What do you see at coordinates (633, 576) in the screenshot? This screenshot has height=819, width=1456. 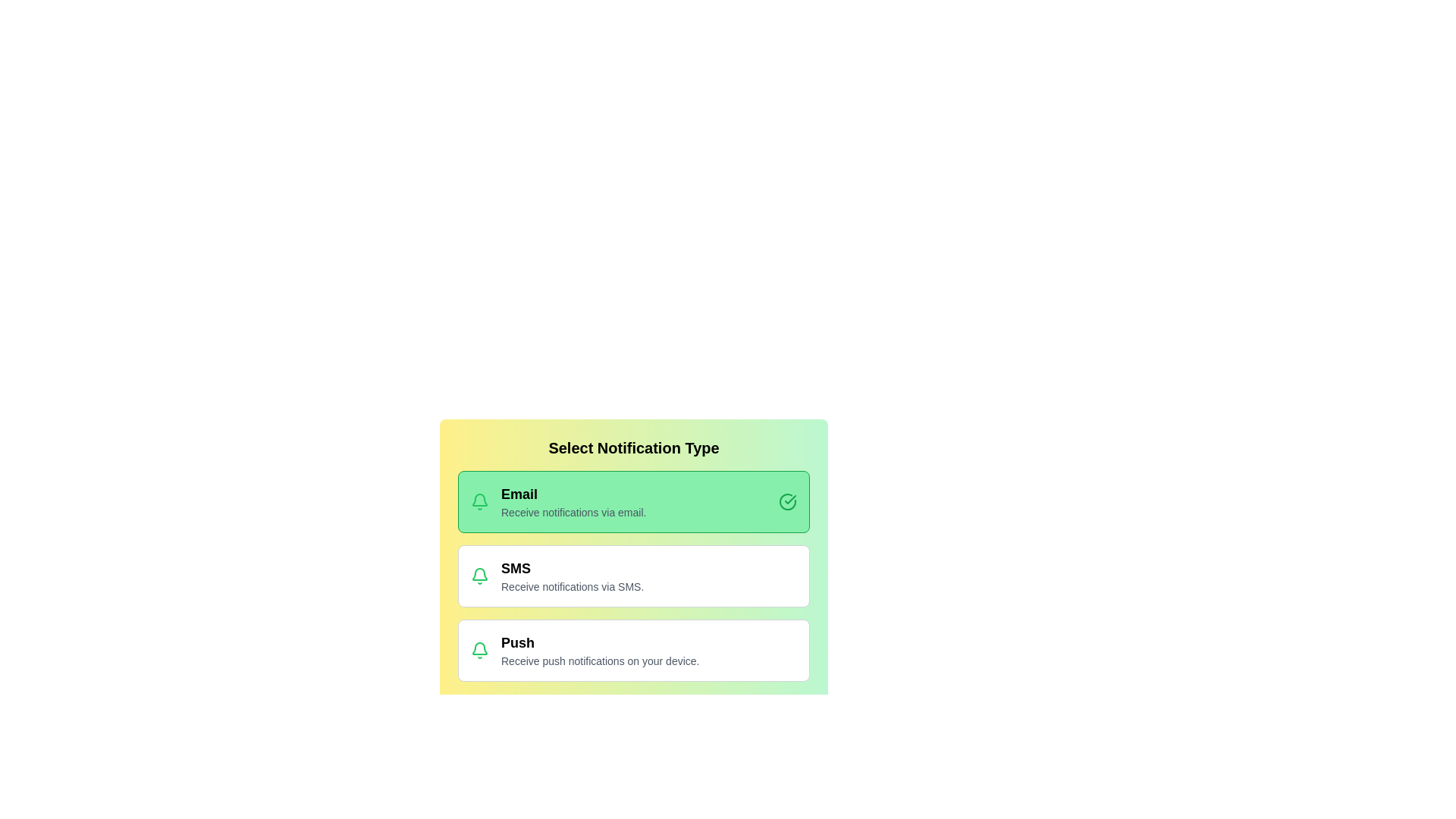 I see `the 'SMS' selectable option in the notification types list to highlight it` at bounding box center [633, 576].